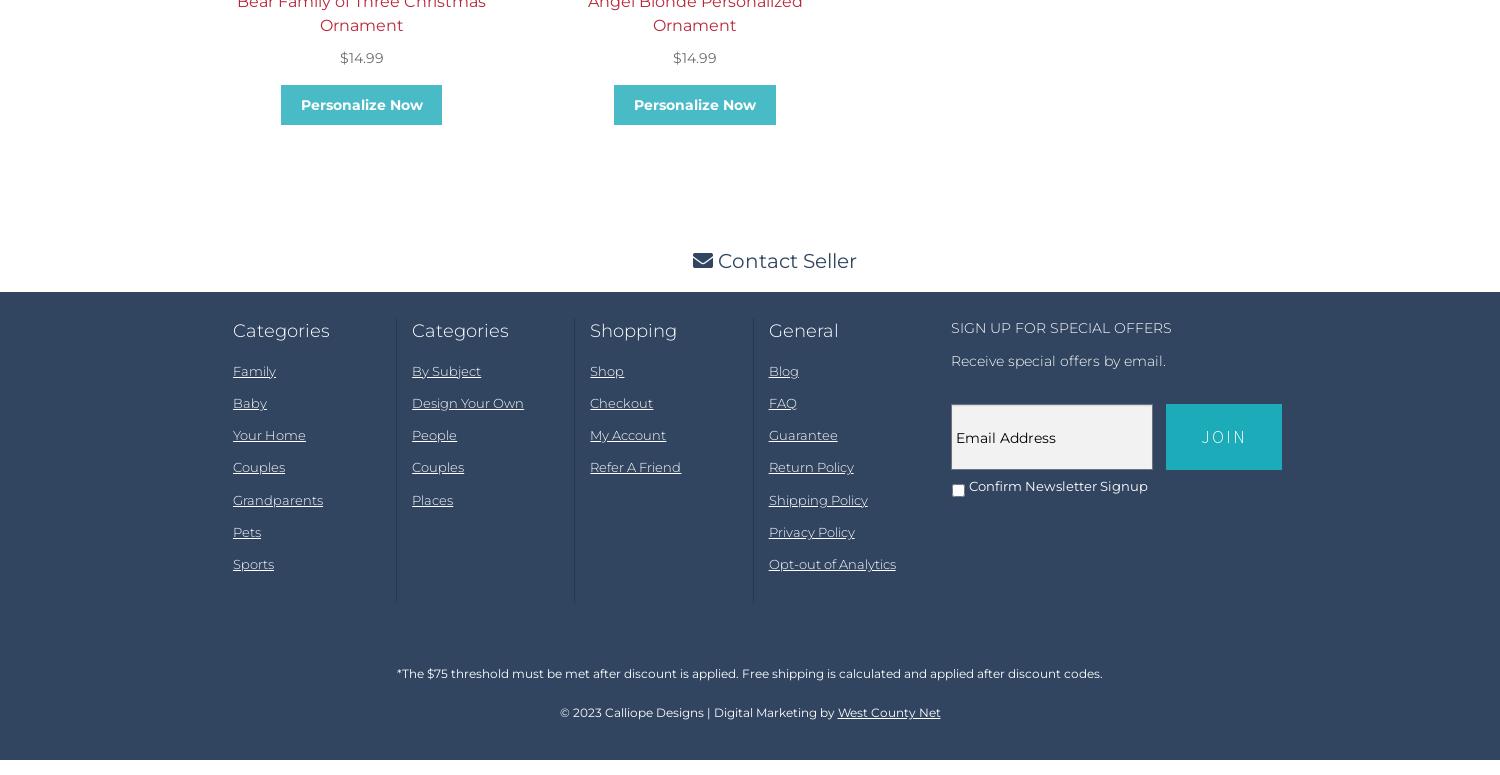  What do you see at coordinates (360, 29) in the screenshot?
I see `'Bear Family of Three Christmas Ornament'` at bounding box center [360, 29].